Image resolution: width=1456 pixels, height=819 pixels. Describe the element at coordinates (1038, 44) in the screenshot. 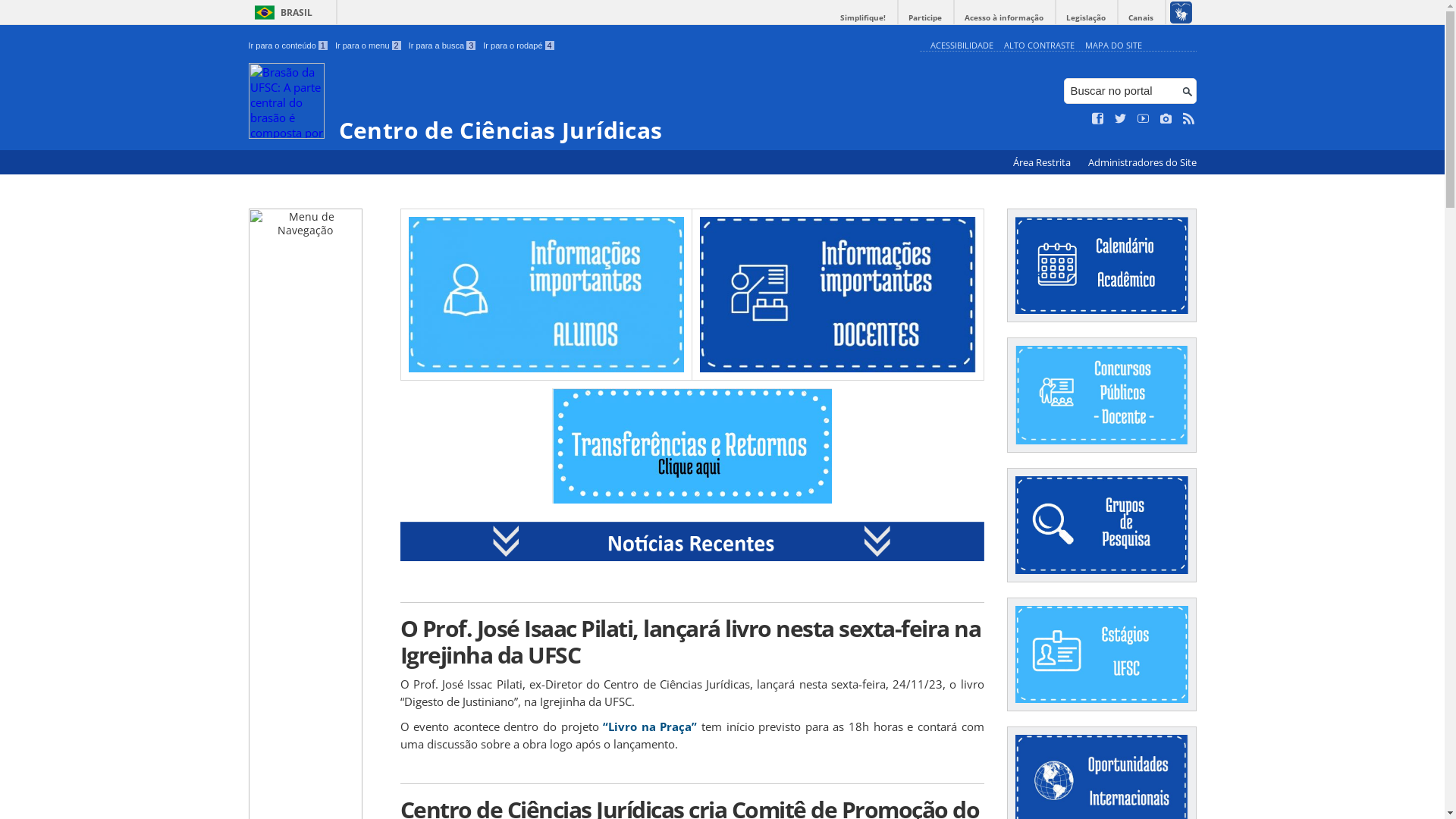

I see `'ALTO CONTRASTE'` at that location.